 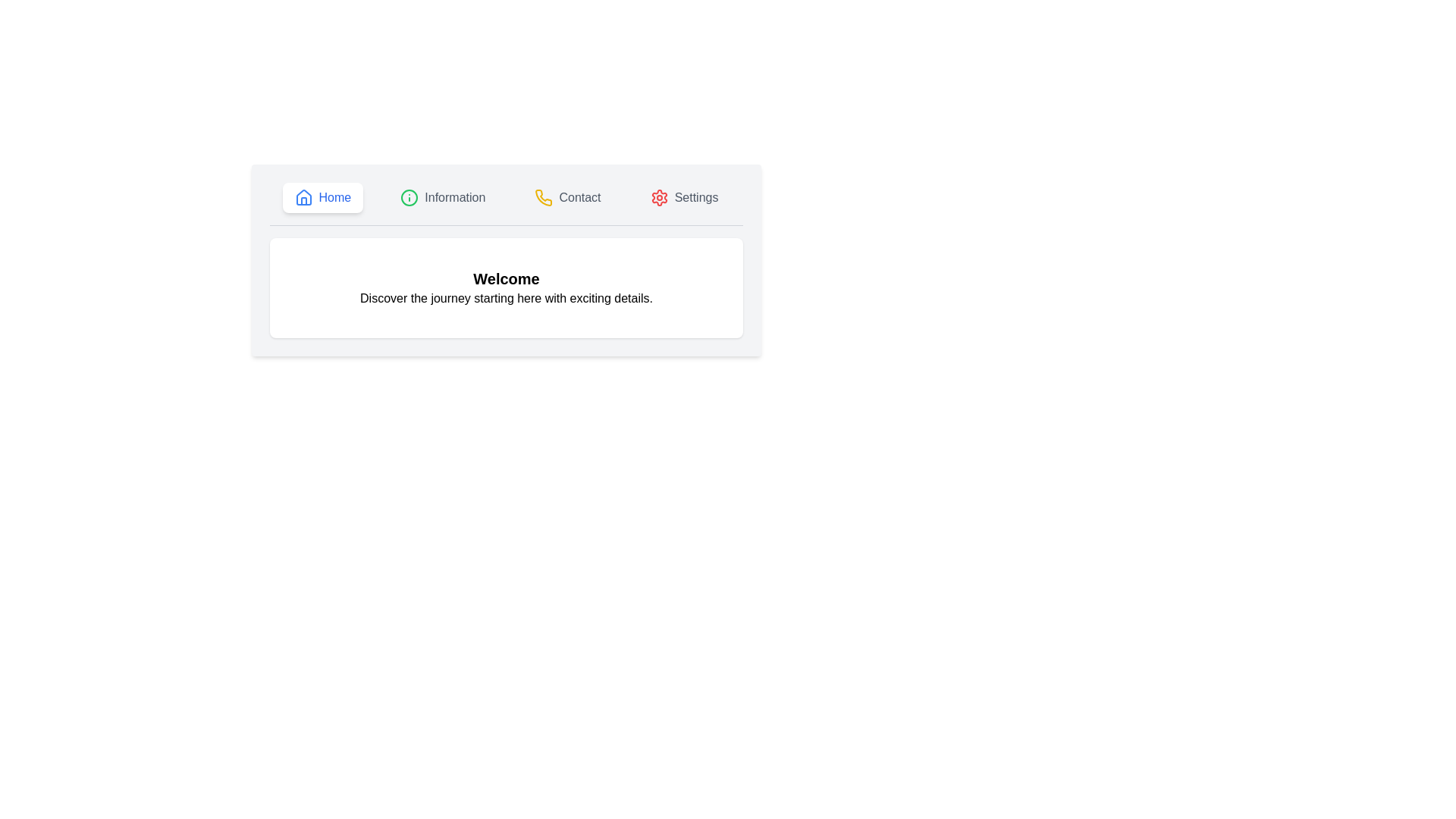 What do you see at coordinates (695, 197) in the screenshot?
I see `'Settings' label in the navigation menu, which indicates configuration options` at bounding box center [695, 197].